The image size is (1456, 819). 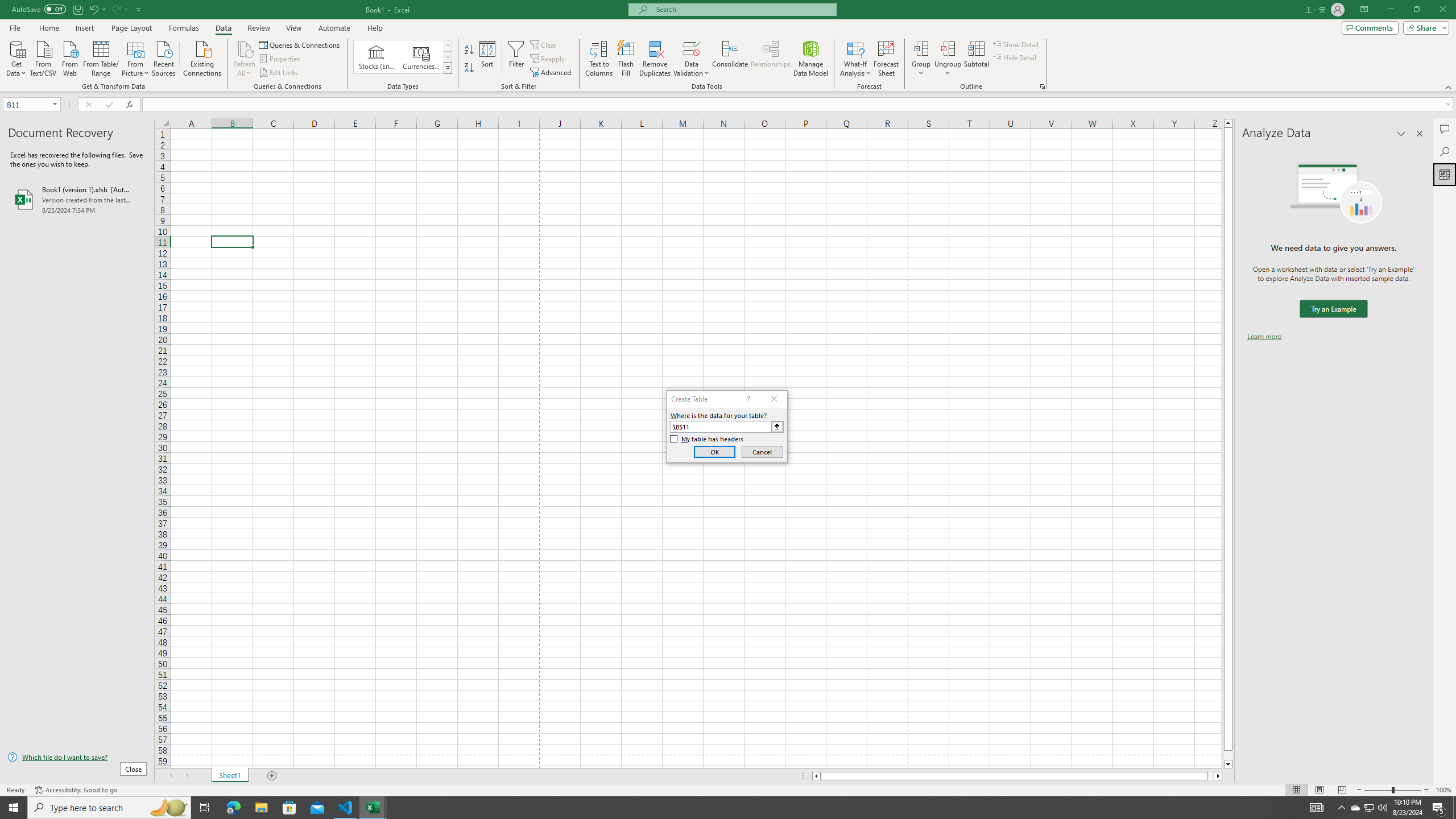 What do you see at coordinates (39, 9) in the screenshot?
I see `'AutoSave'` at bounding box center [39, 9].